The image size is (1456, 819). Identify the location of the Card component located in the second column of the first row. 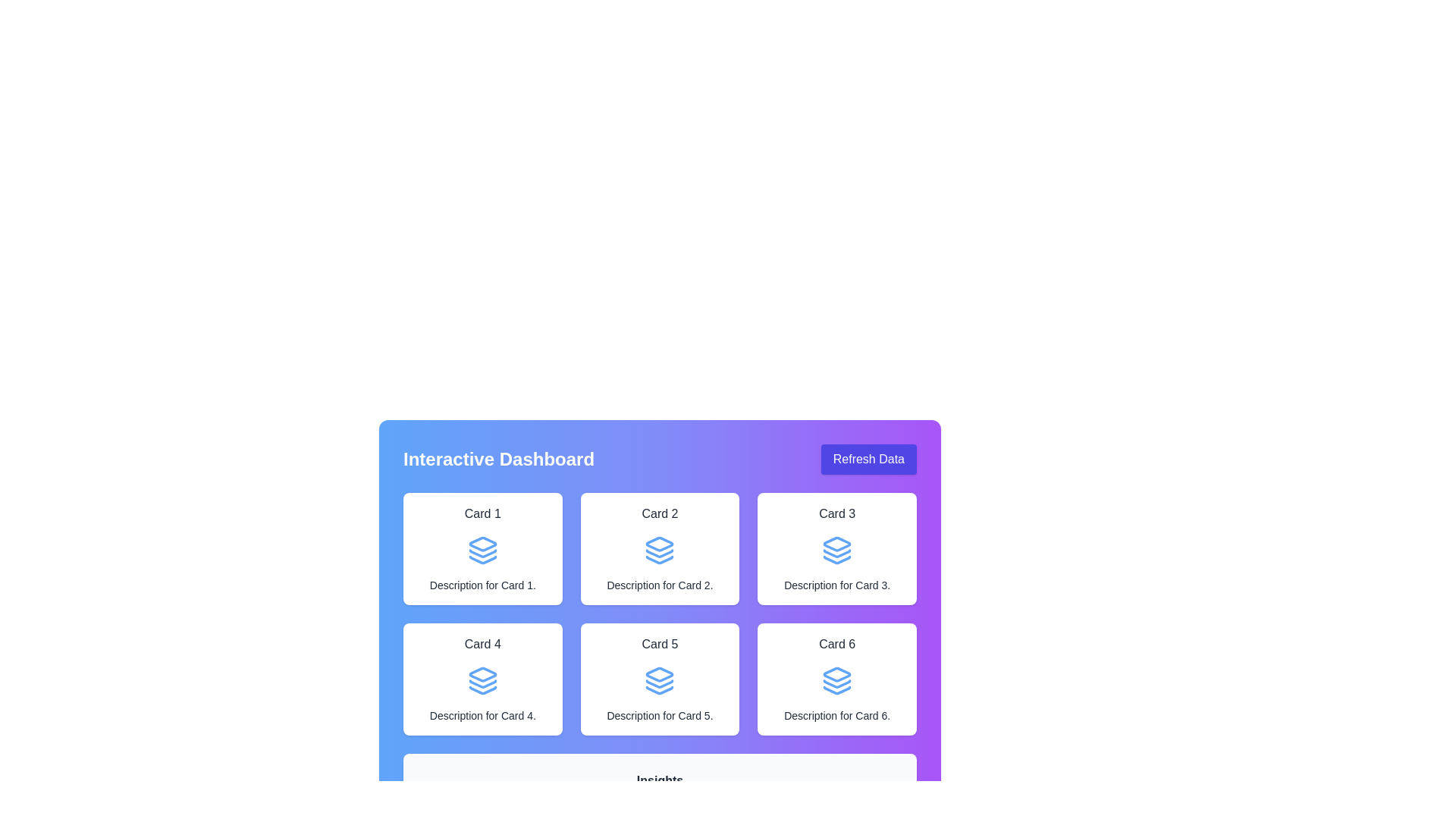
(660, 549).